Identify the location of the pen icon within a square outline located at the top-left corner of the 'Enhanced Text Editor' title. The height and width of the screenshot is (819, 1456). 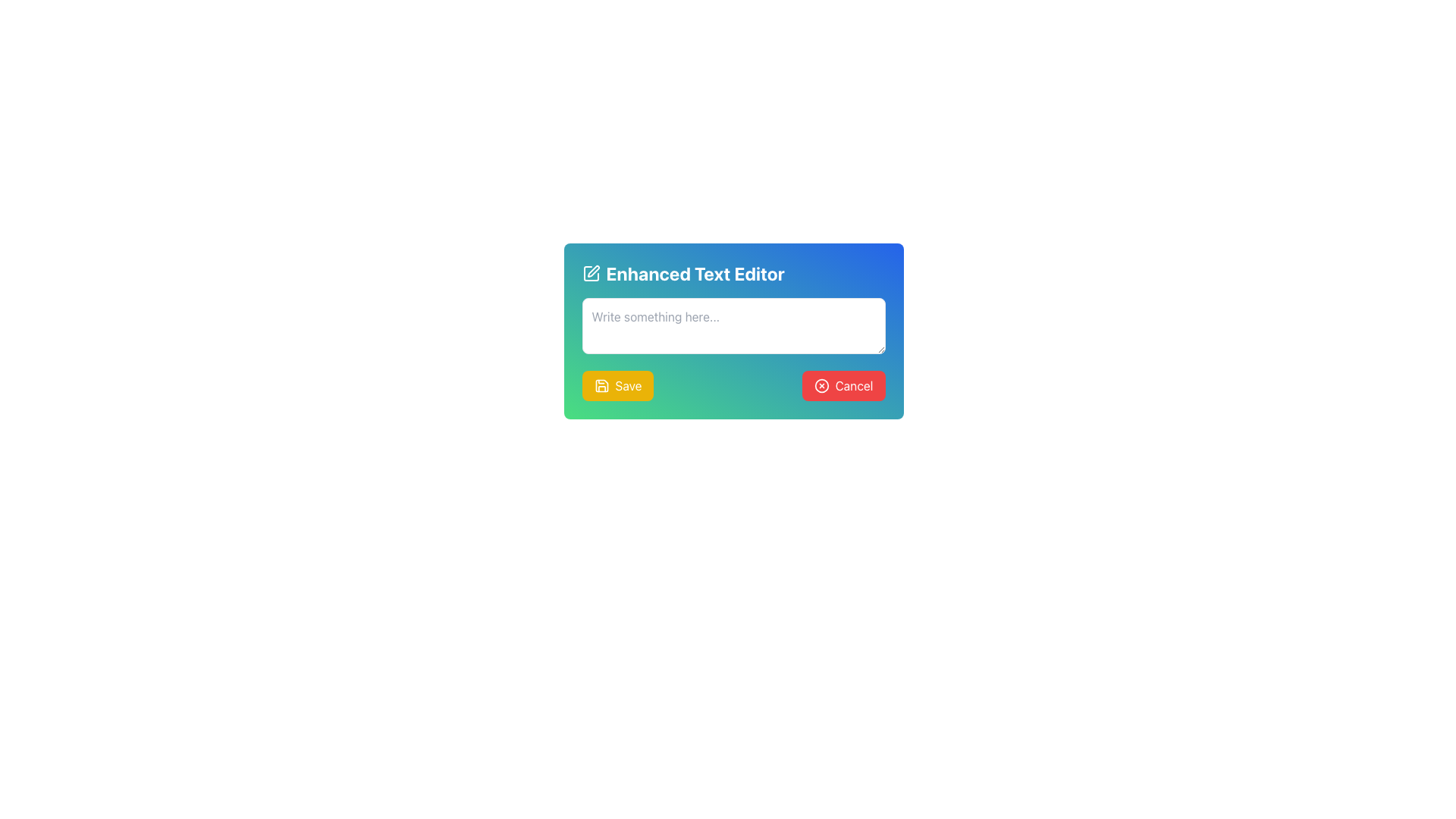
(590, 274).